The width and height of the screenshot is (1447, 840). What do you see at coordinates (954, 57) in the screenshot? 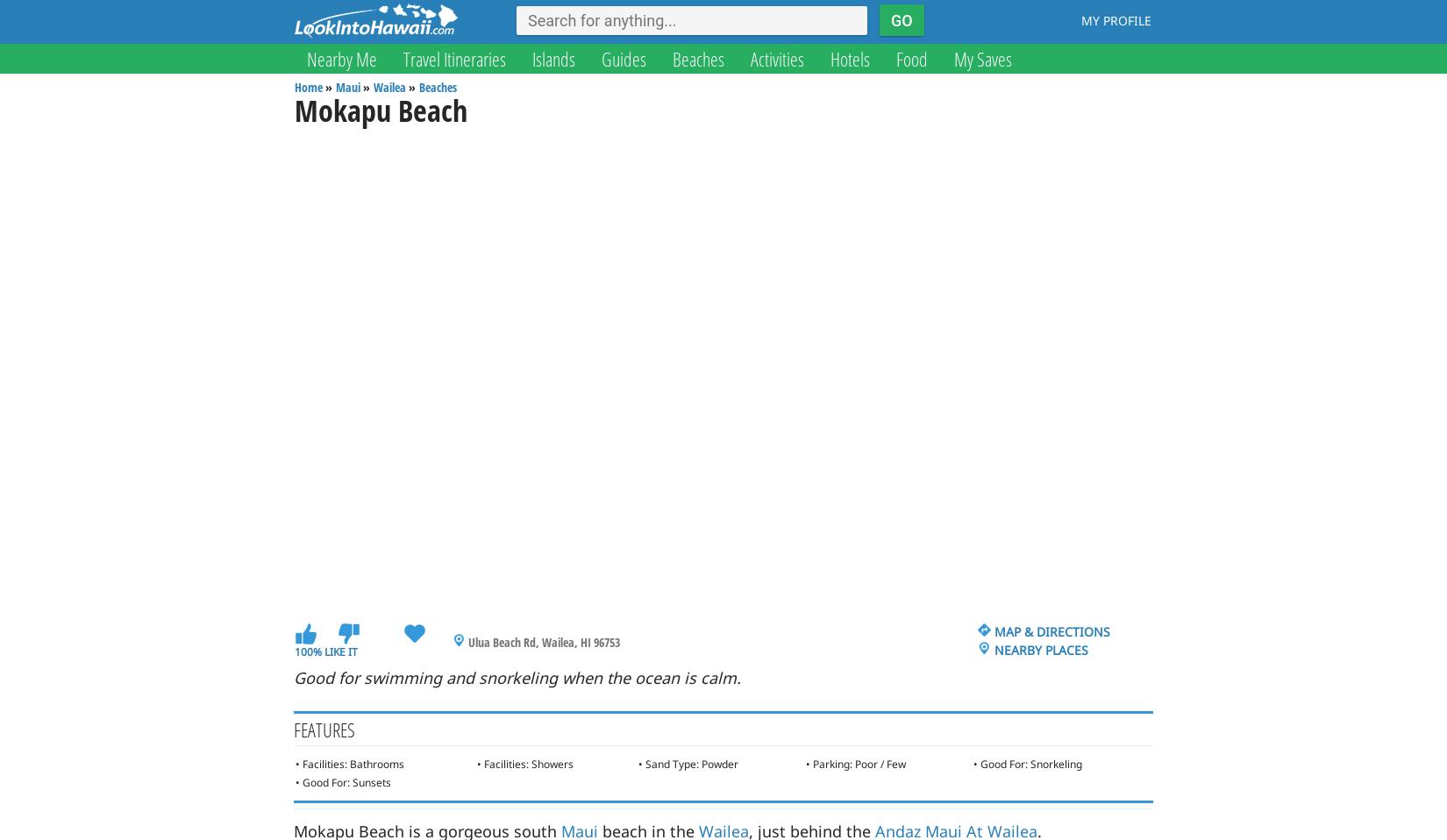
I see `'My Saves'` at bounding box center [954, 57].